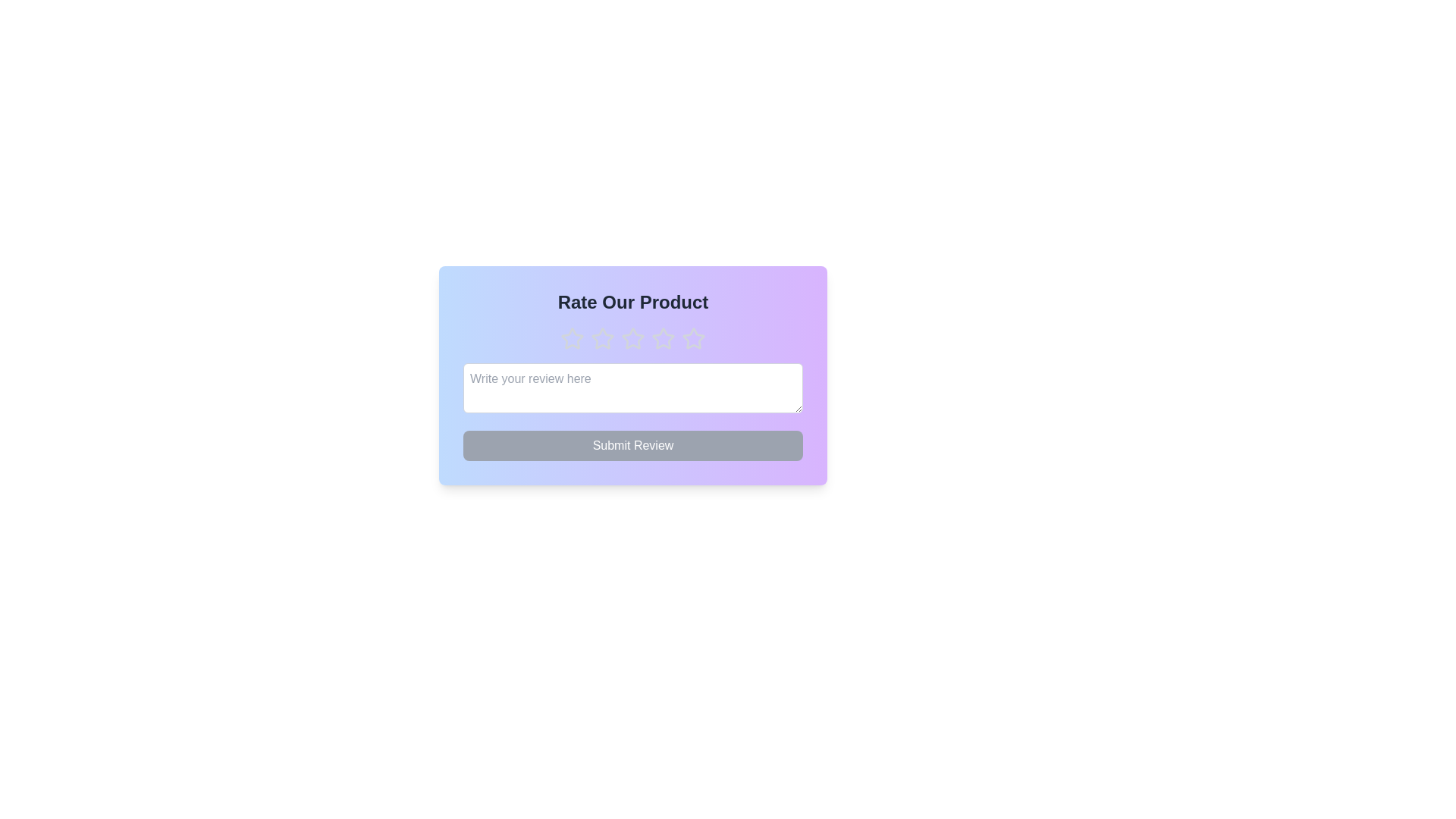 The image size is (1456, 819). I want to click on the star corresponding to the desired rating of 4, so click(663, 338).